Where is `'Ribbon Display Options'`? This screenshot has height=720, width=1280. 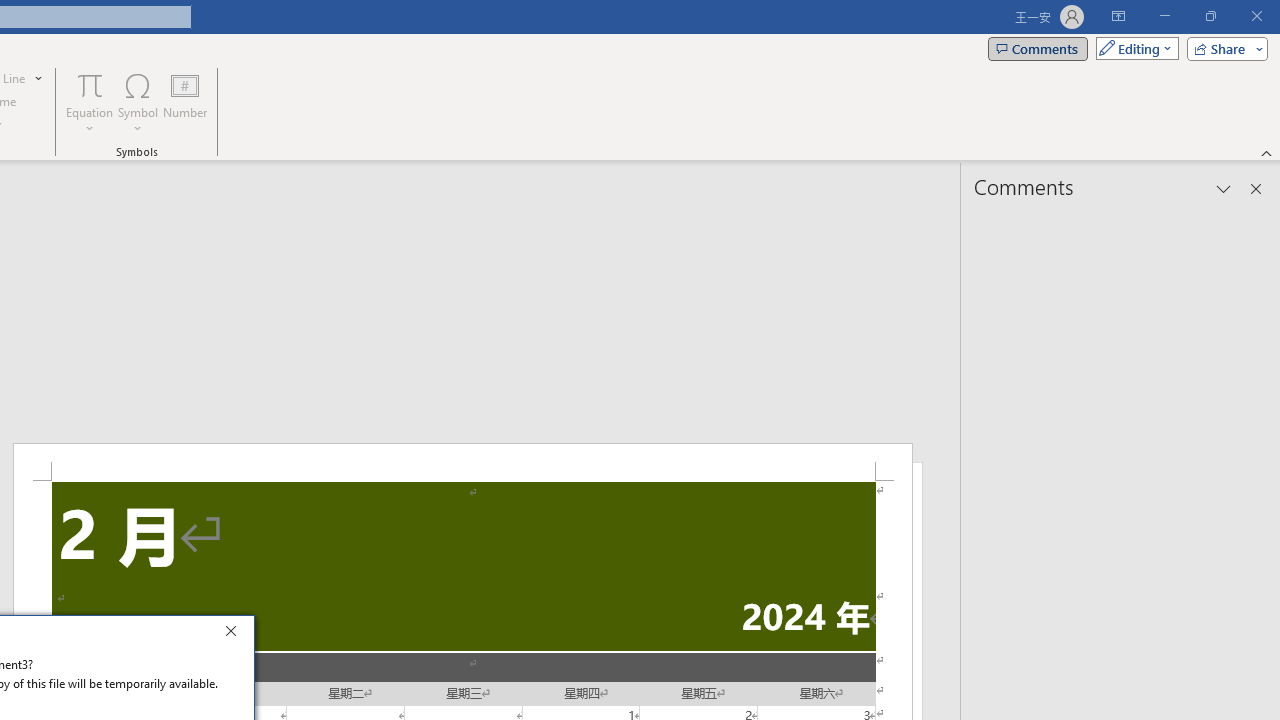 'Ribbon Display Options' is located at coordinates (1117, 16).